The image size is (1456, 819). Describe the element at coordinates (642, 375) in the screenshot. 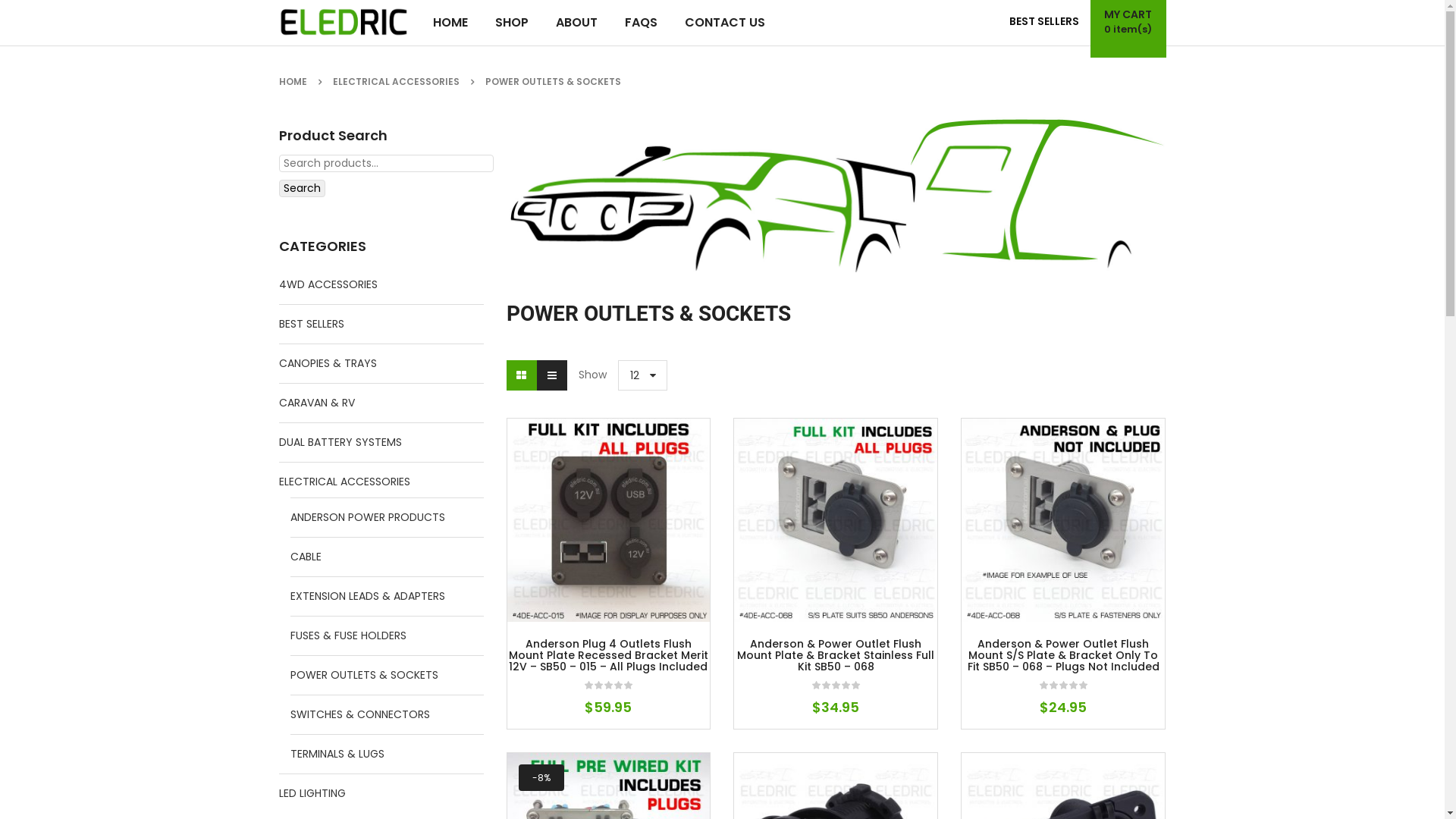

I see `'12'` at that location.